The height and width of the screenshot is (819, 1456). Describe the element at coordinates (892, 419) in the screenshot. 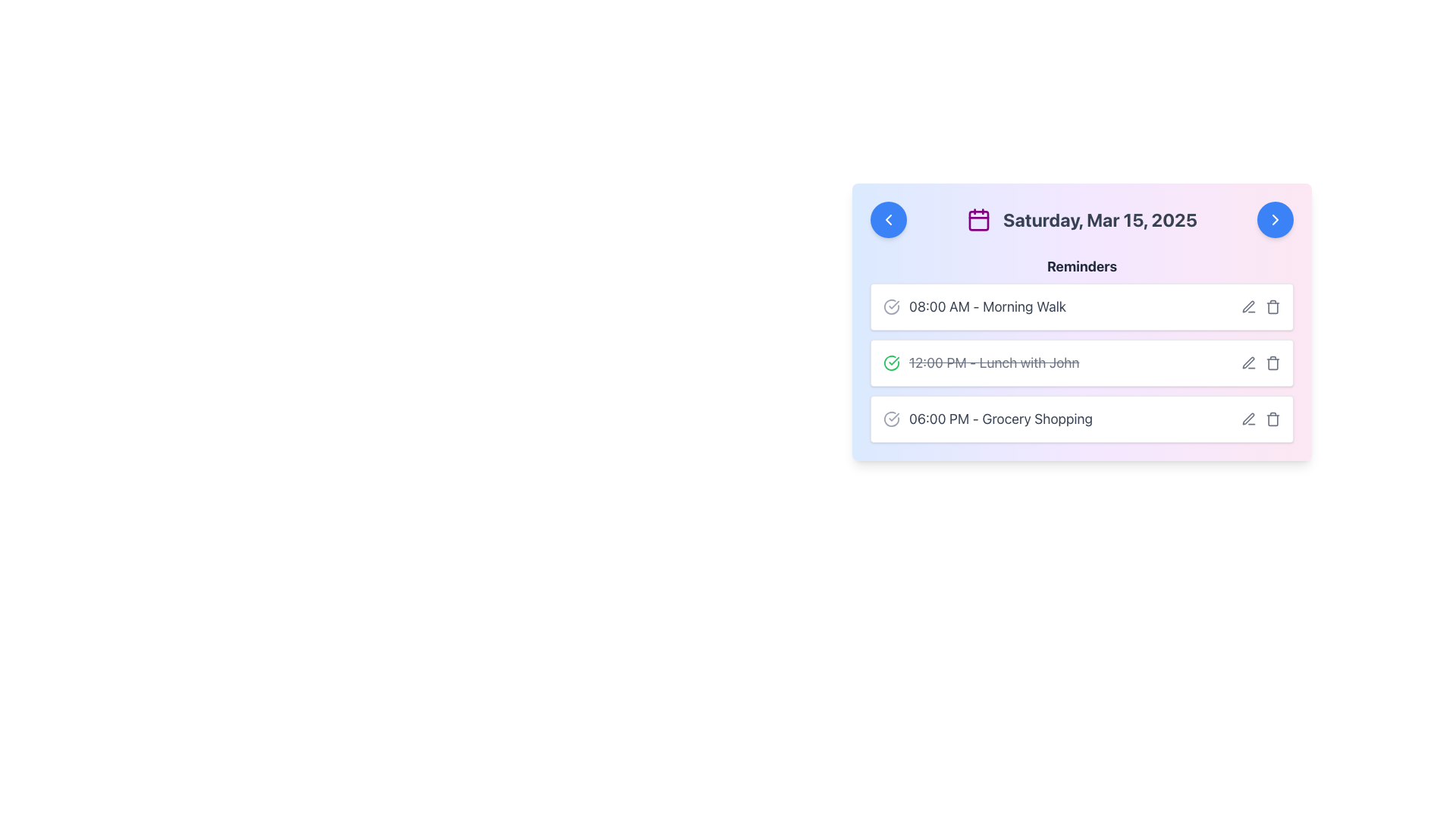

I see `the interactive circular icon with a checkmark inside, located to the left of the reminder item labeled '06:00 PM - Grocery Shopping'` at that location.